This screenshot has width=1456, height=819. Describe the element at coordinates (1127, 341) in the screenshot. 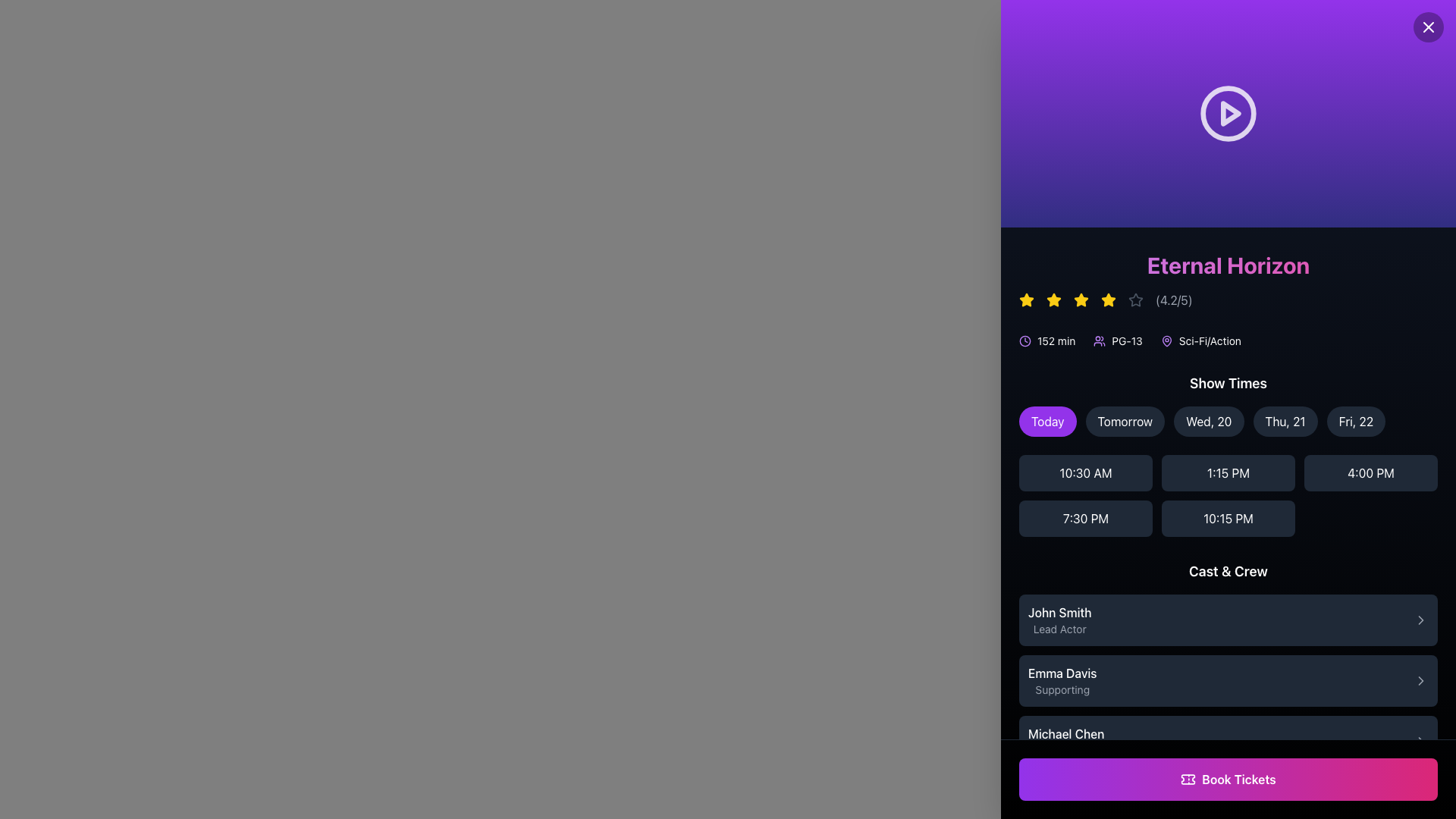

I see `content rating displayed on the label located to the right of the small user icon and directly above the movie genre text` at that location.